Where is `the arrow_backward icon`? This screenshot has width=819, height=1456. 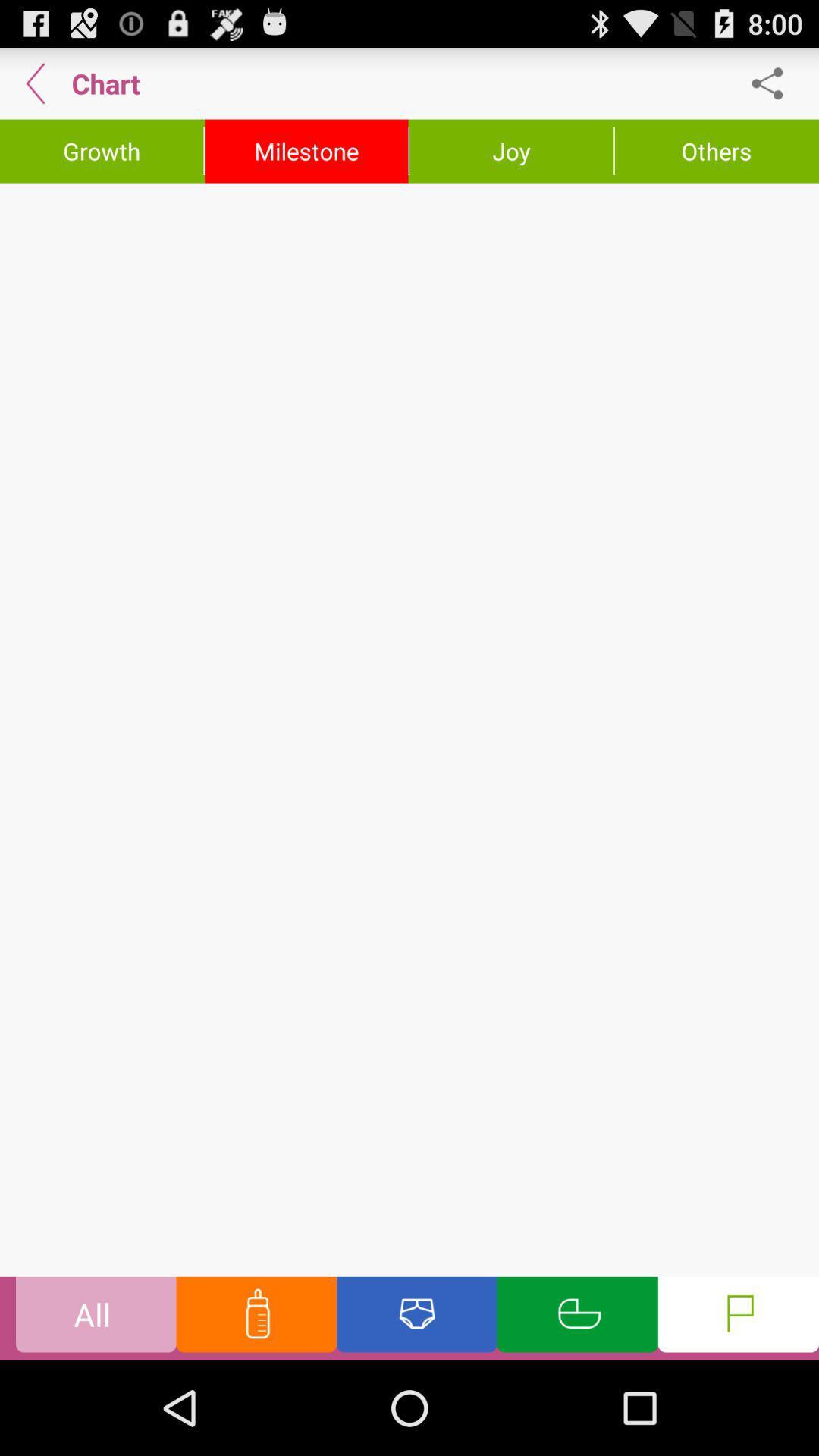
the arrow_backward icon is located at coordinates (35, 89).